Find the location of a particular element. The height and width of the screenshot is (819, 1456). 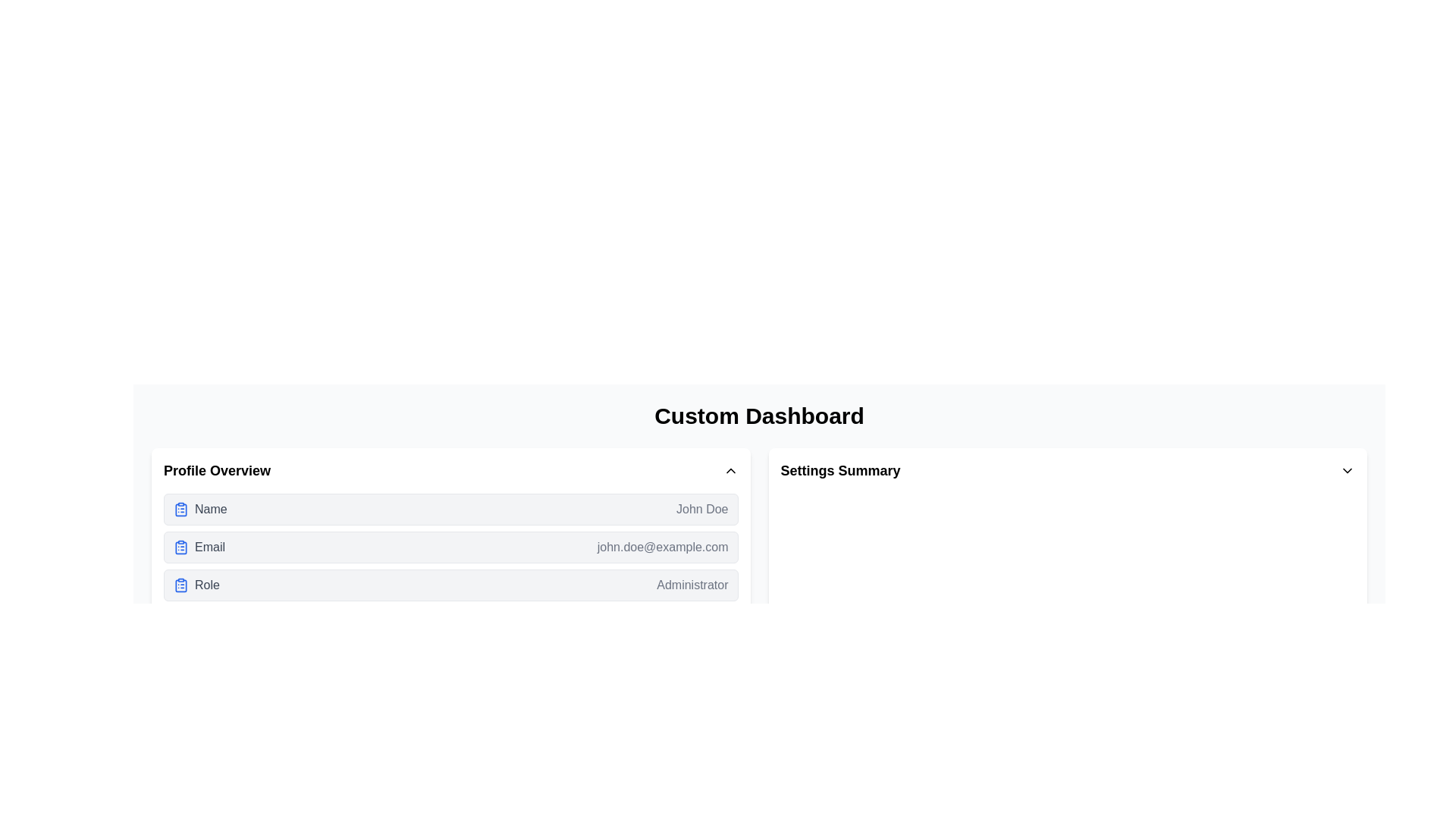

the Informational Card displaying the user's name in the Profile Overview section, which is the first item in the list of three similar elements is located at coordinates (450, 509).